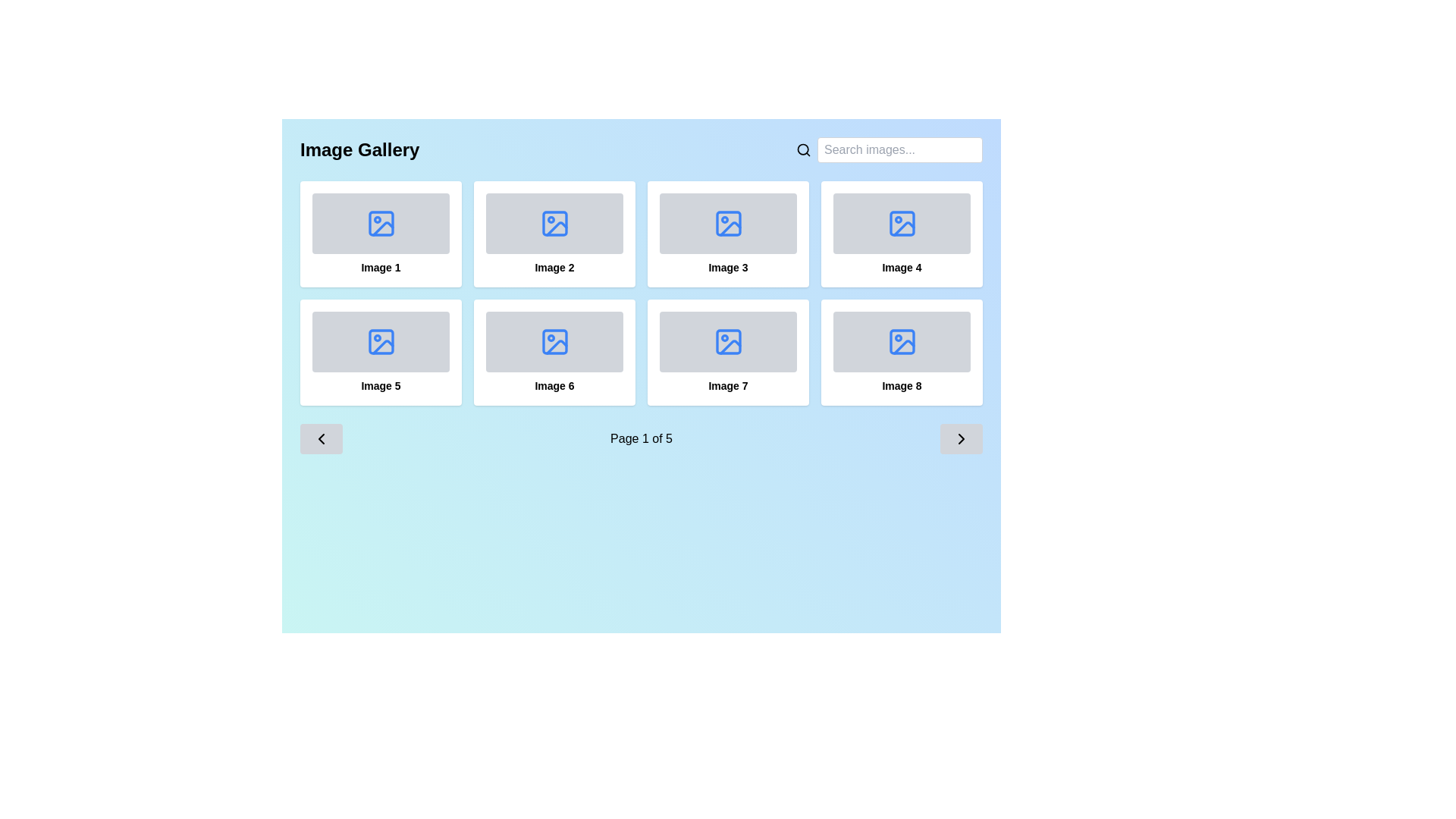 The width and height of the screenshot is (1456, 819). What do you see at coordinates (728, 342) in the screenshot?
I see `the decorative background element within the image icon located in the second row and third column of the grid layout labeled 'Image 7'` at bounding box center [728, 342].